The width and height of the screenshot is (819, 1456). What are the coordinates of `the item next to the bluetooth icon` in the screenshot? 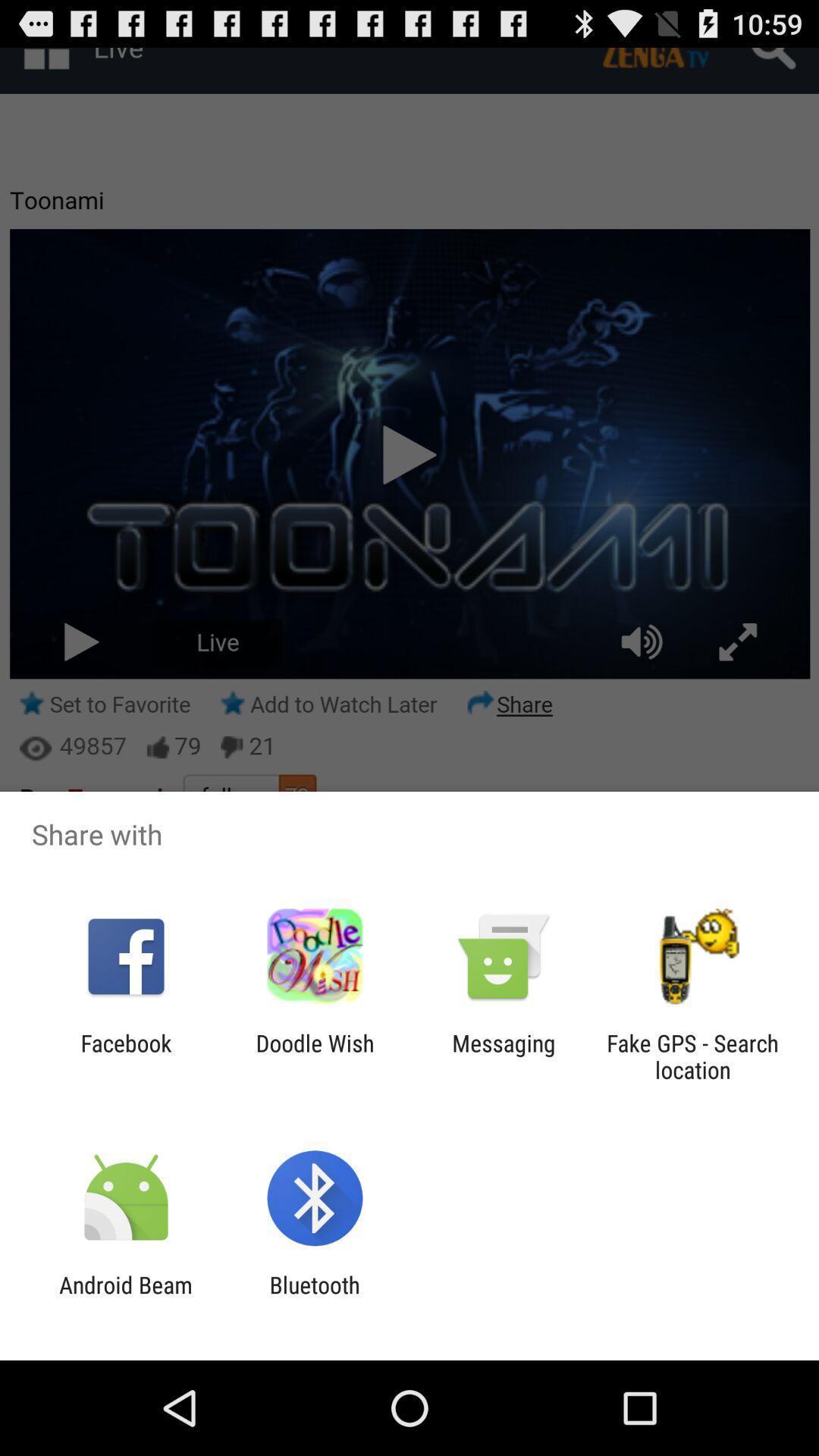 It's located at (125, 1298).